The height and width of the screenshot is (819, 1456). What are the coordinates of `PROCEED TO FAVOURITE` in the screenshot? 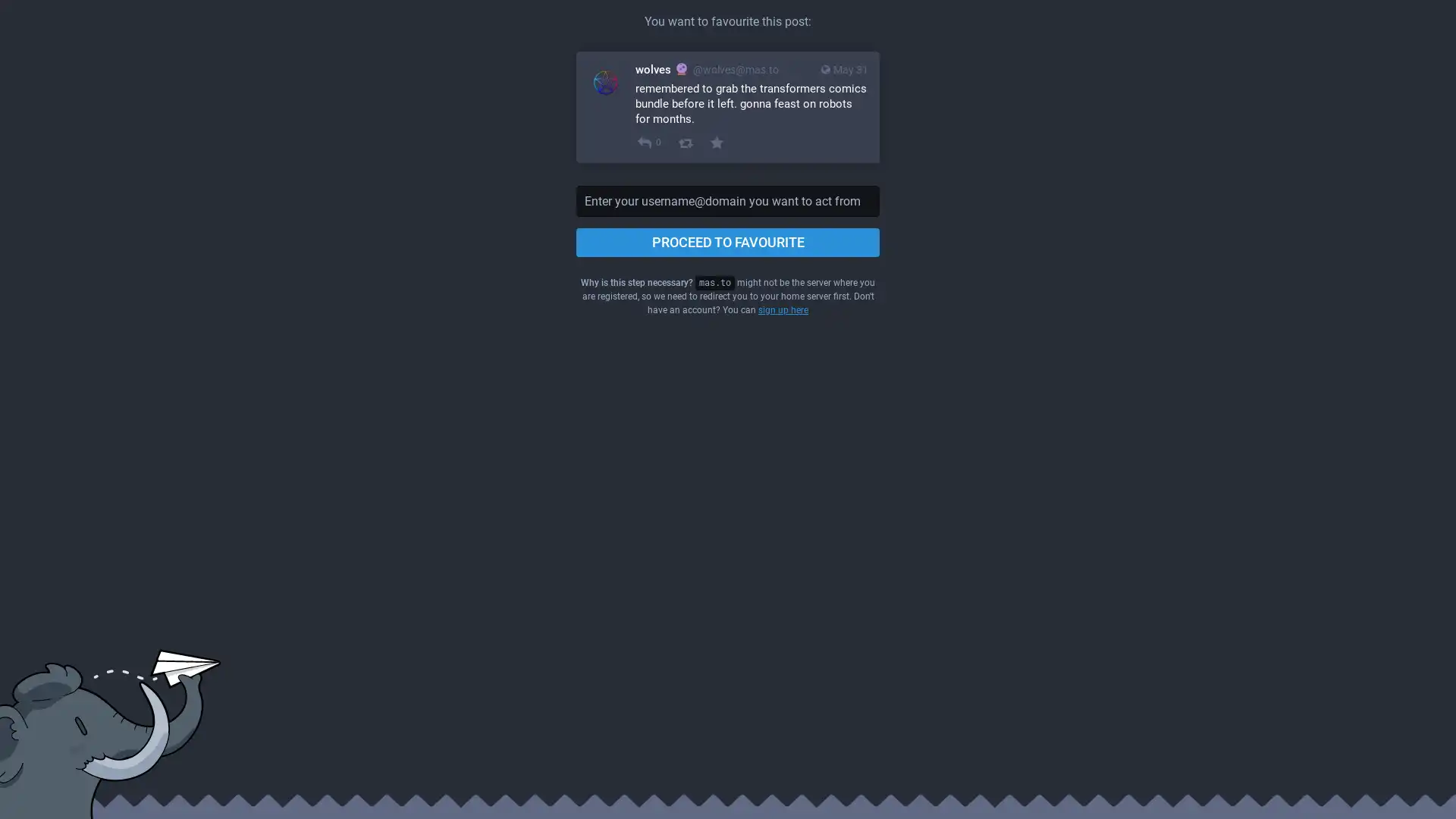 It's located at (728, 242).